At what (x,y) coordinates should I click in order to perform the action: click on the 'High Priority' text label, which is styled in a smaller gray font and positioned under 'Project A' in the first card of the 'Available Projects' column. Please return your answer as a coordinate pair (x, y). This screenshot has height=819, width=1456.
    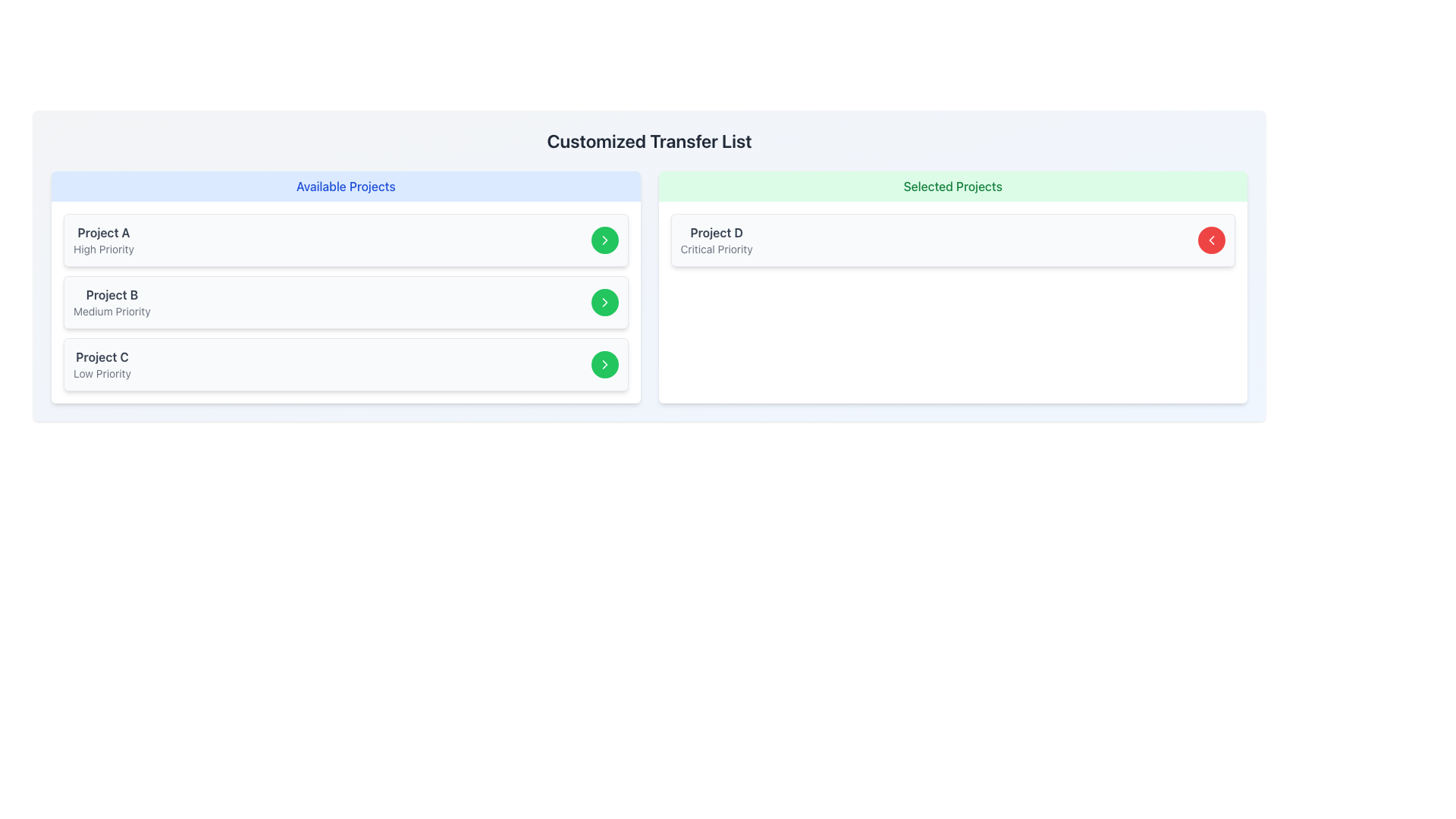
    Looking at the image, I should click on (103, 248).